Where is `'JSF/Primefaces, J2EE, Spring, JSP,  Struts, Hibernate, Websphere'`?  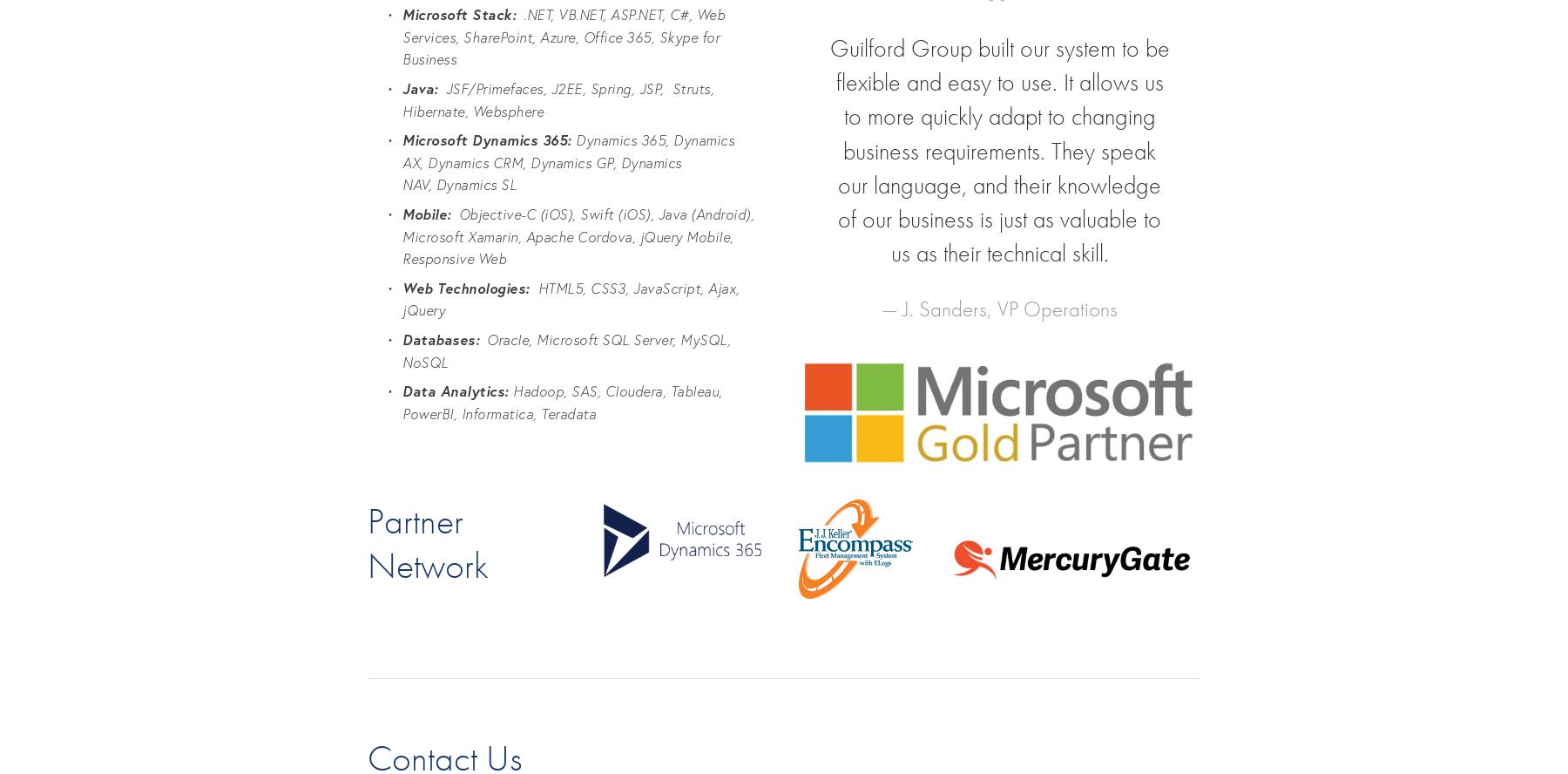
'JSF/Primefaces, J2EE, Spring, JSP,  Struts, Hibernate, Websphere' is located at coordinates (559, 99).